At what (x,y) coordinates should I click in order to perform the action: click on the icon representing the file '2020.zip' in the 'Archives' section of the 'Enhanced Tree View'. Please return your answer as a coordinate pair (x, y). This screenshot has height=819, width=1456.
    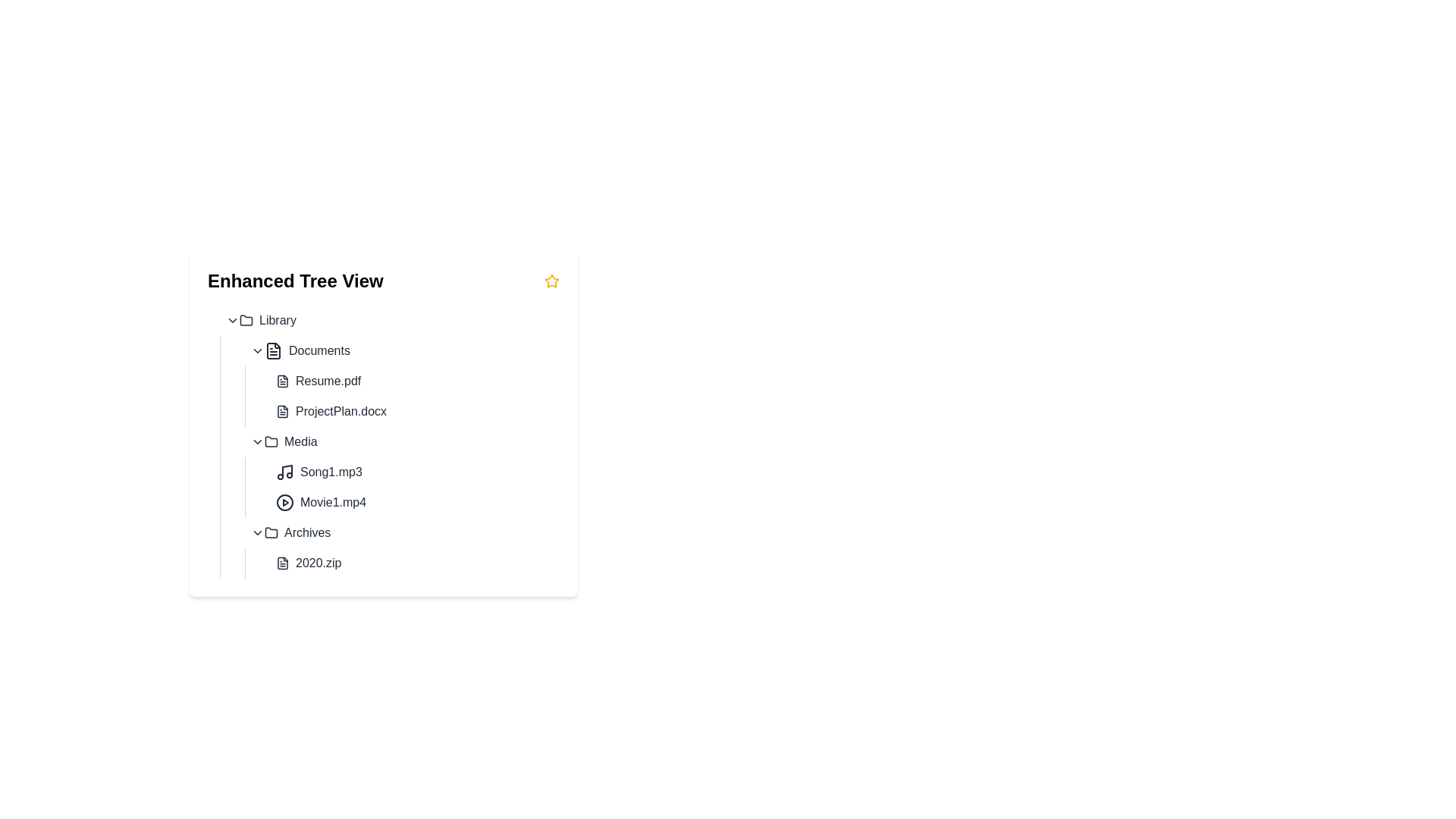
    Looking at the image, I should click on (283, 563).